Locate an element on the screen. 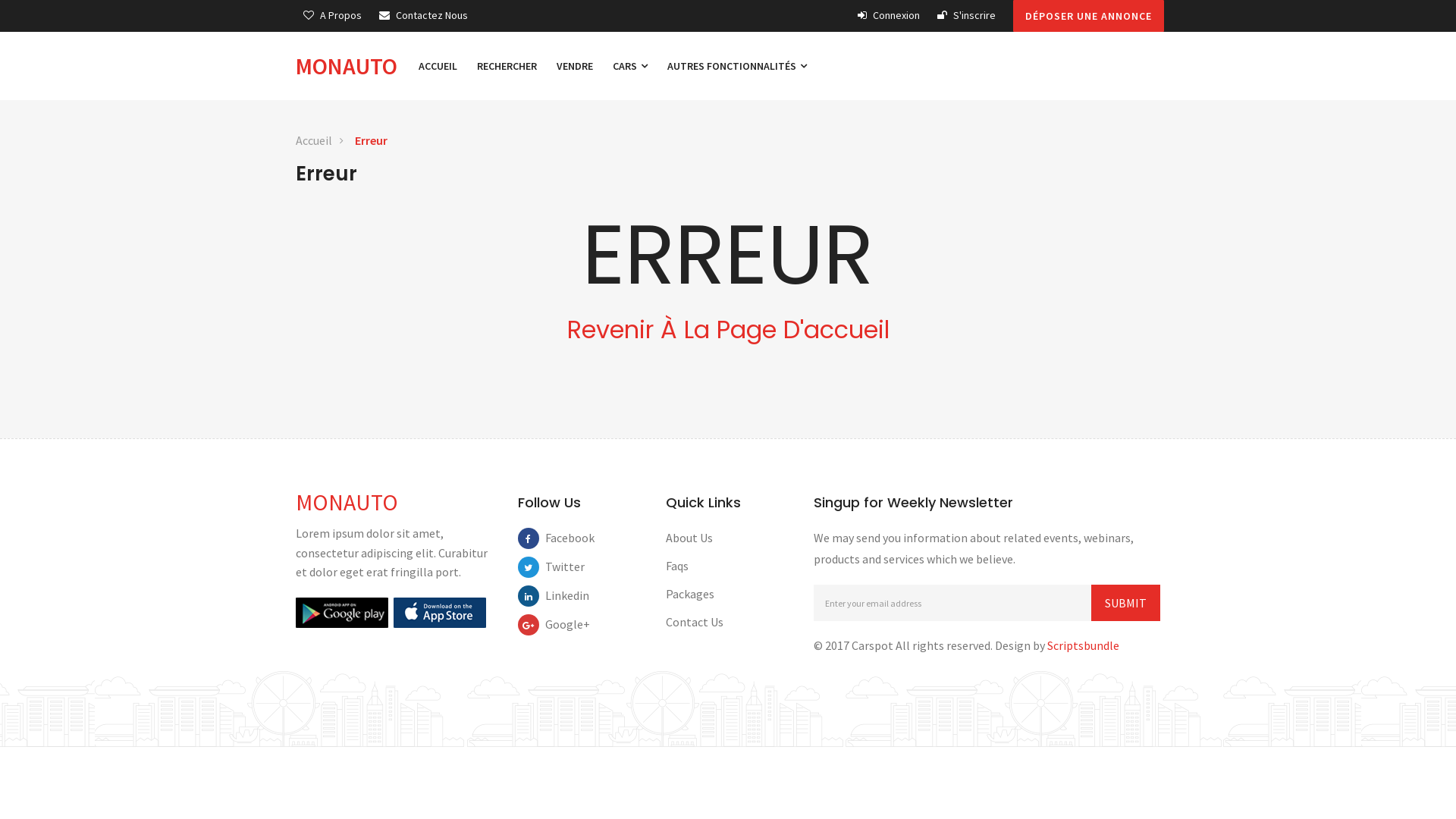  'Connexion' is located at coordinates (888, 14).